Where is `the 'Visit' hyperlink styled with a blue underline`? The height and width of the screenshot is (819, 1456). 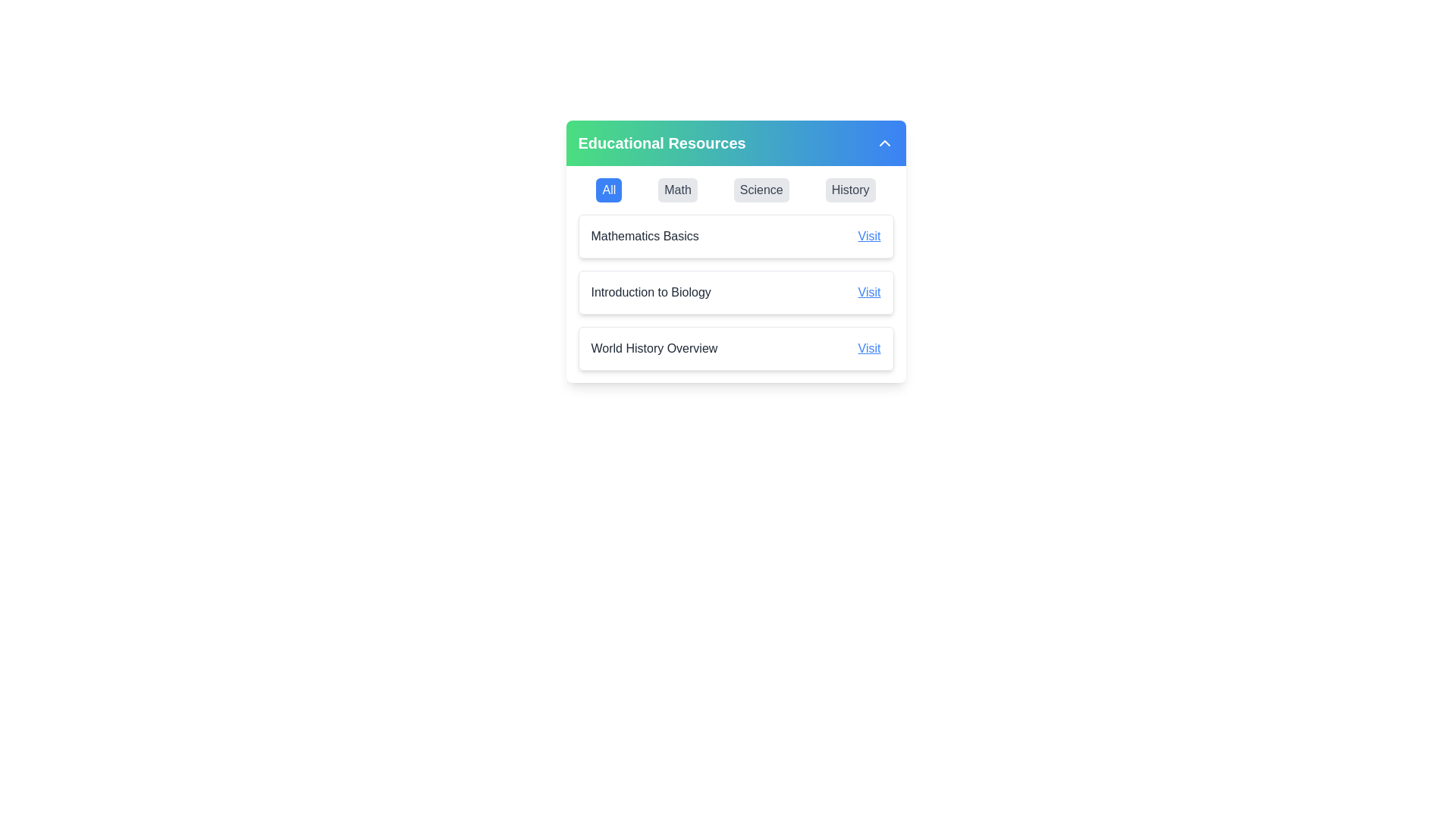
the 'Visit' hyperlink styled with a blue underline is located at coordinates (869, 348).